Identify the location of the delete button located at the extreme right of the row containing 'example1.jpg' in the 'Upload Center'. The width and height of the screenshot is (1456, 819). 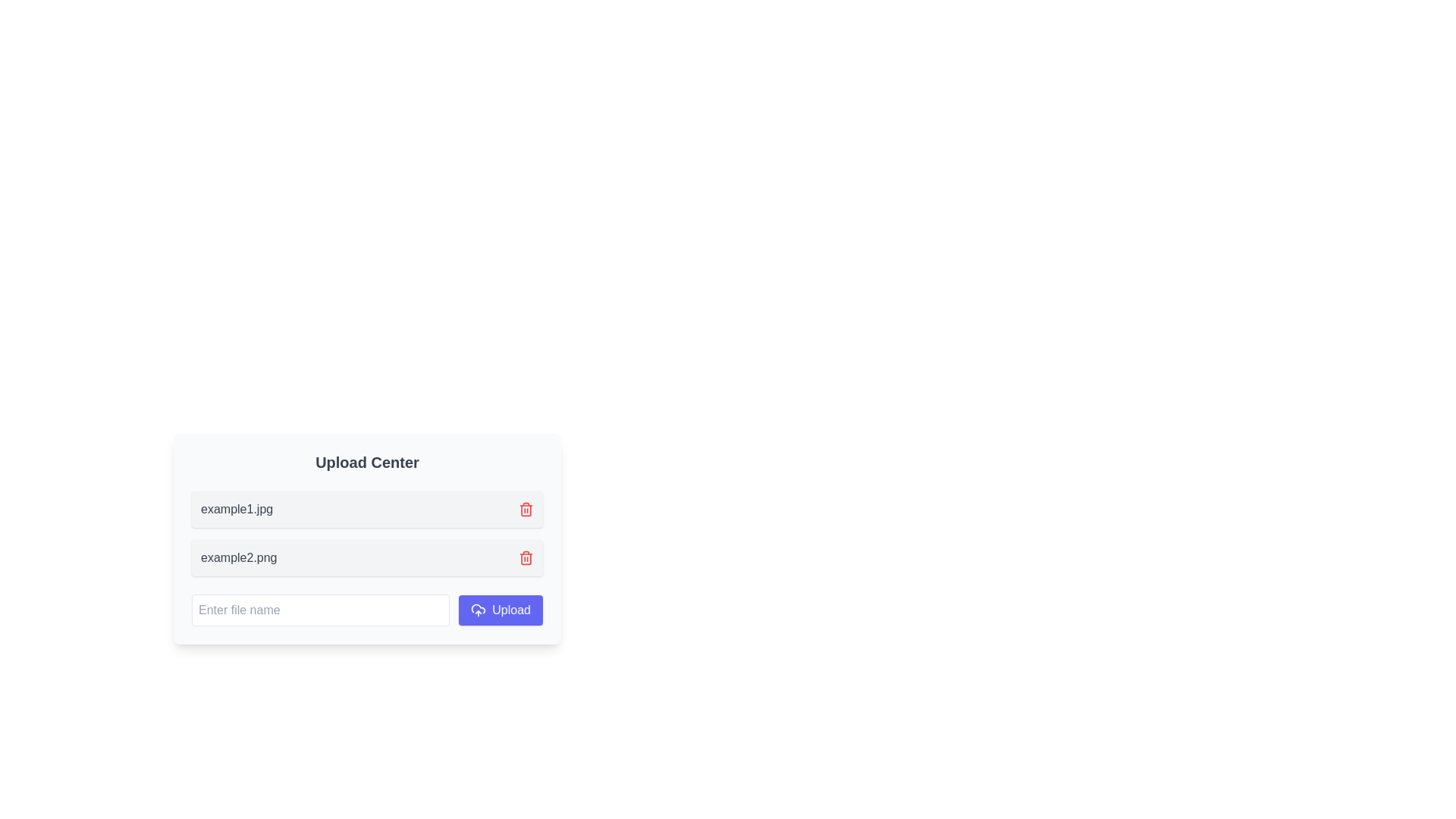
(526, 509).